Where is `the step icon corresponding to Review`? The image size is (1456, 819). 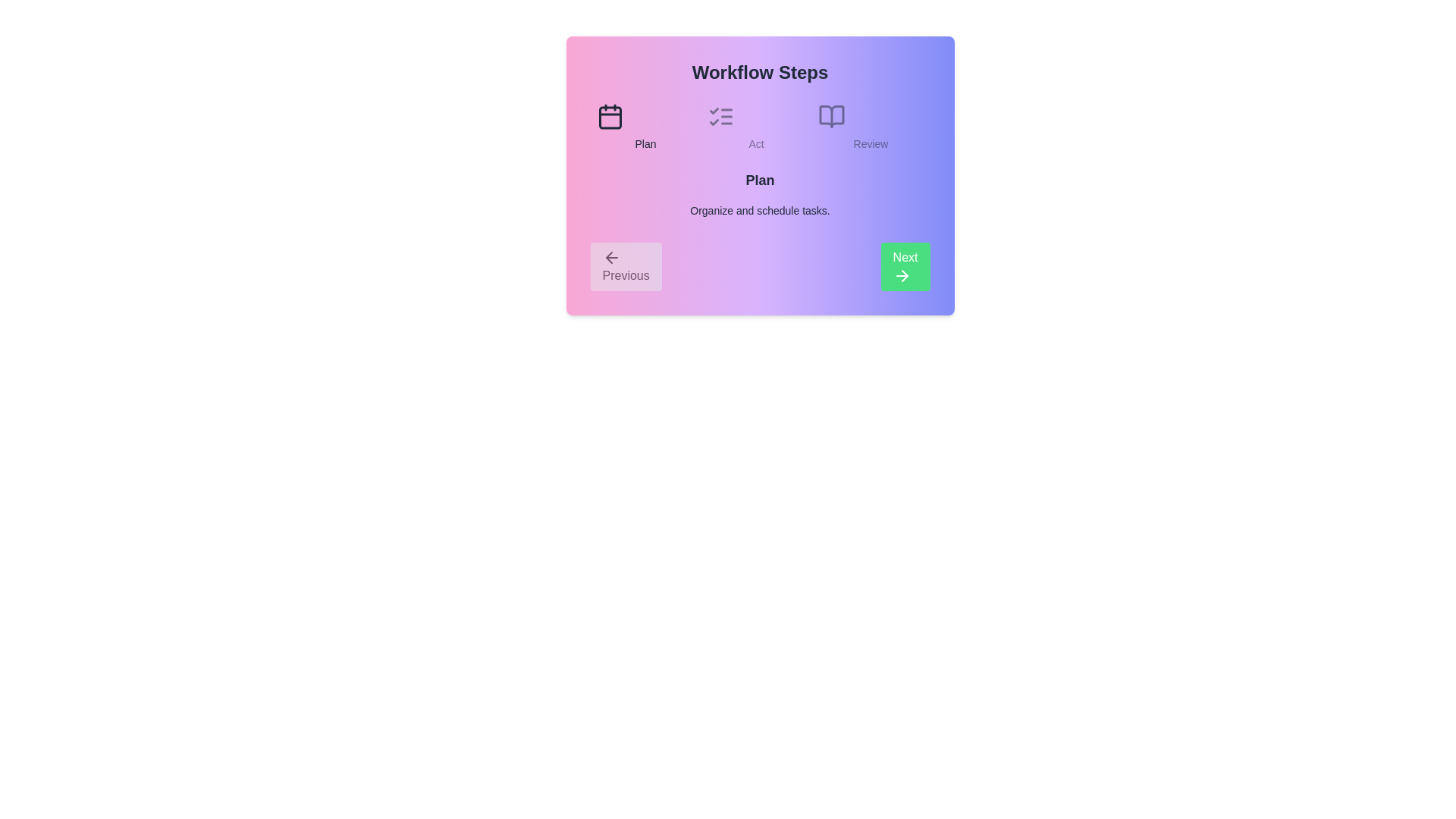
the step icon corresponding to Review is located at coordinates (830, 116).